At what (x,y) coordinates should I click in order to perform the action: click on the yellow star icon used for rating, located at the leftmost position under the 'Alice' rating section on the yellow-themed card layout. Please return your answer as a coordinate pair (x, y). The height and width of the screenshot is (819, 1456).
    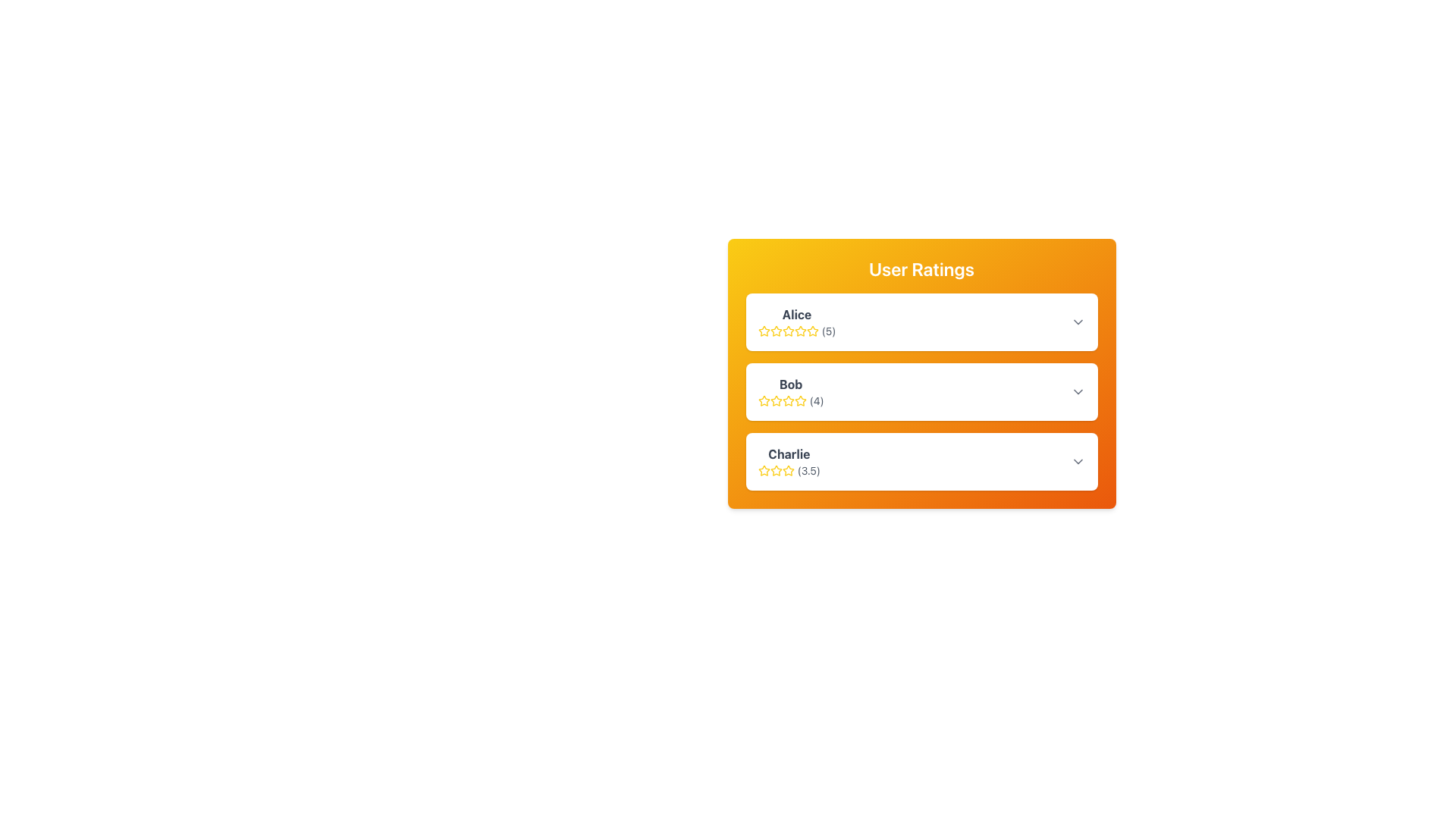
    Looking at the image, I should click on (776, 330).